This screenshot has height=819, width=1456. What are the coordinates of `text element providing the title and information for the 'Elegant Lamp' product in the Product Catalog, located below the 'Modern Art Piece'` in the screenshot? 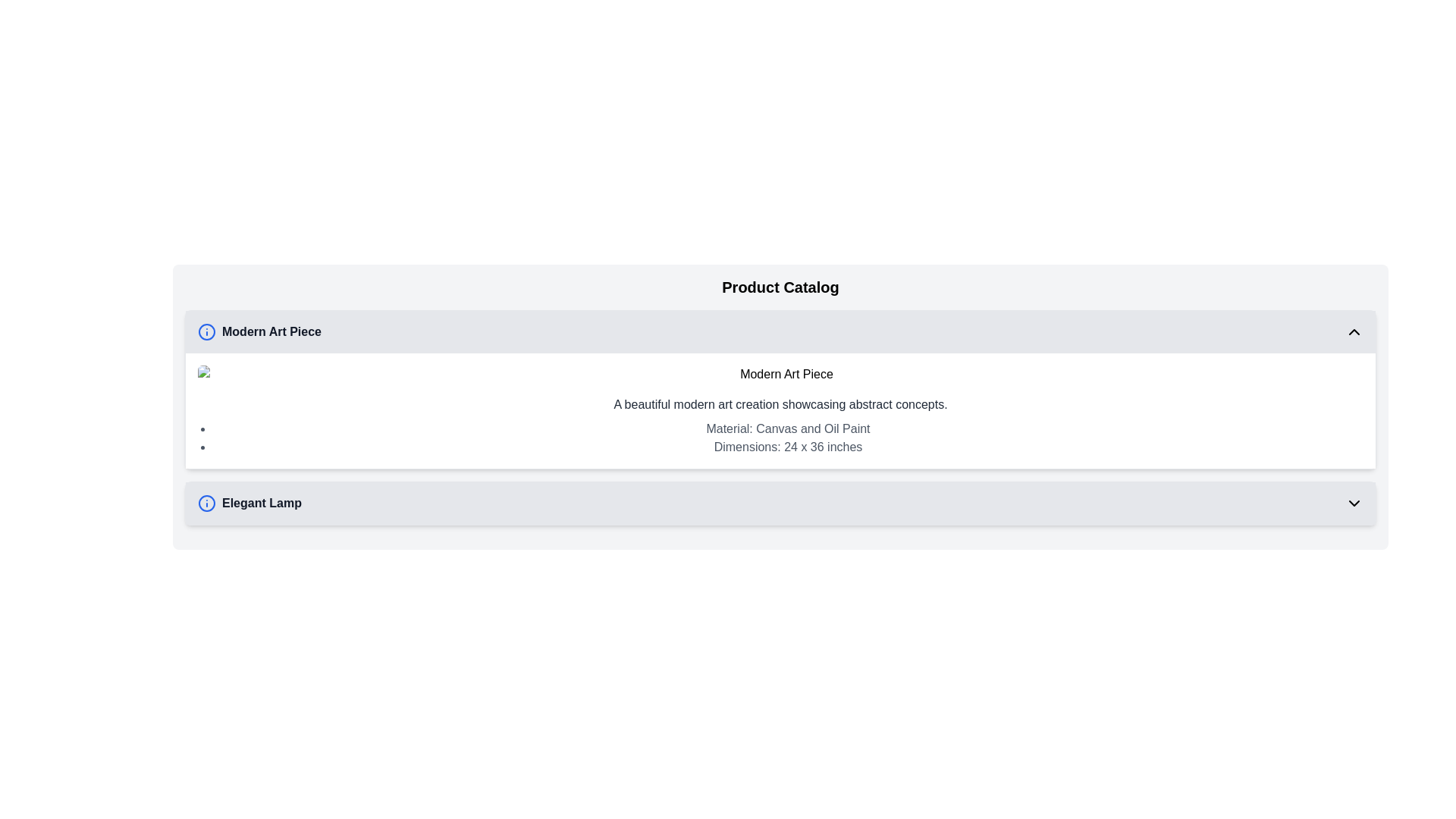 It's located at (249, 503).